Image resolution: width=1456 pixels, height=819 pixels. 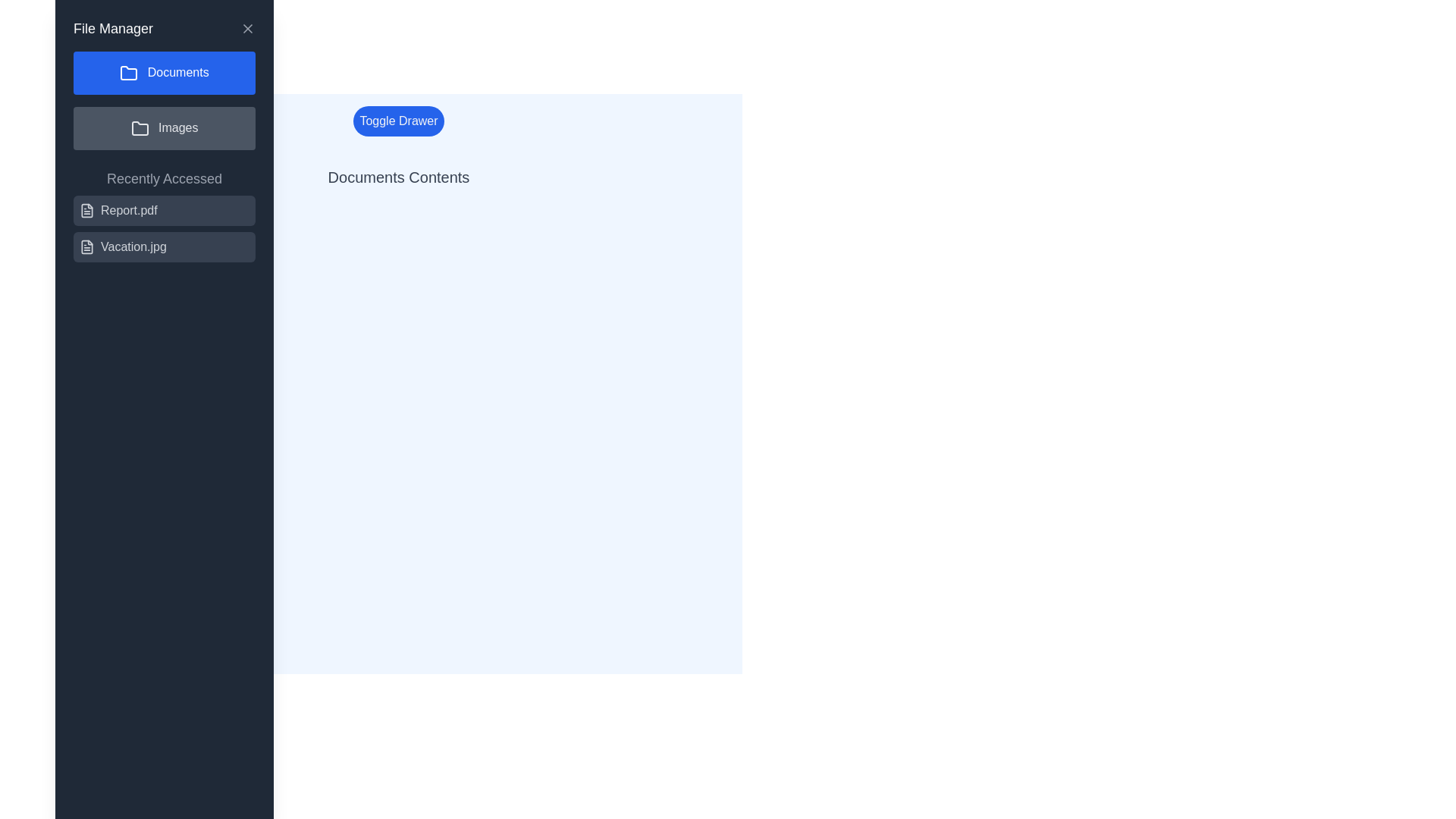 I want to click on the folder icon in the left sidebar, which is styled with a modern flat design and is associated with the 'Images' text label, so click(x=140, y=127).